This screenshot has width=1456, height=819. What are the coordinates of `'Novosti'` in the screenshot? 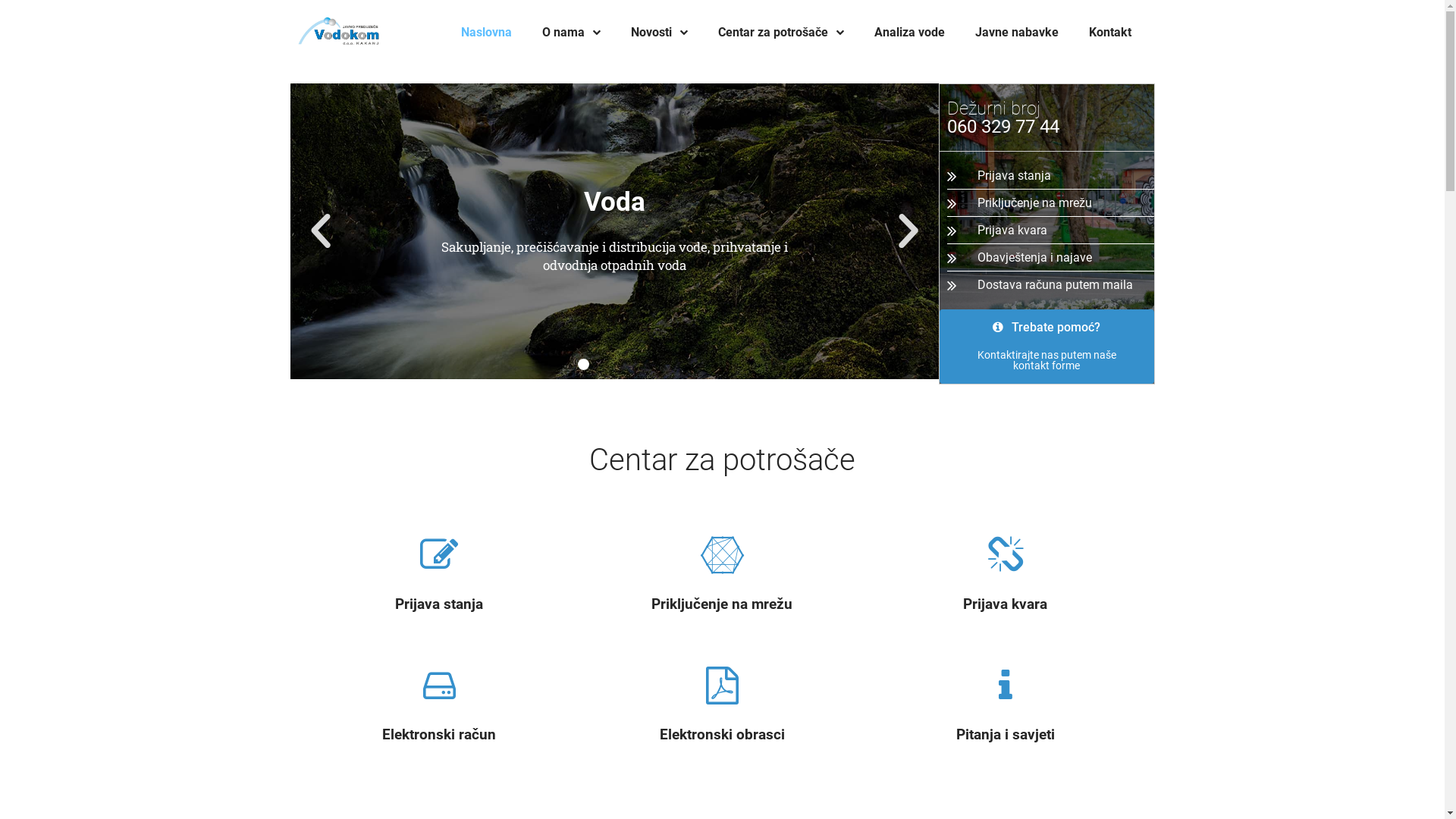 It's located at (615, 32).